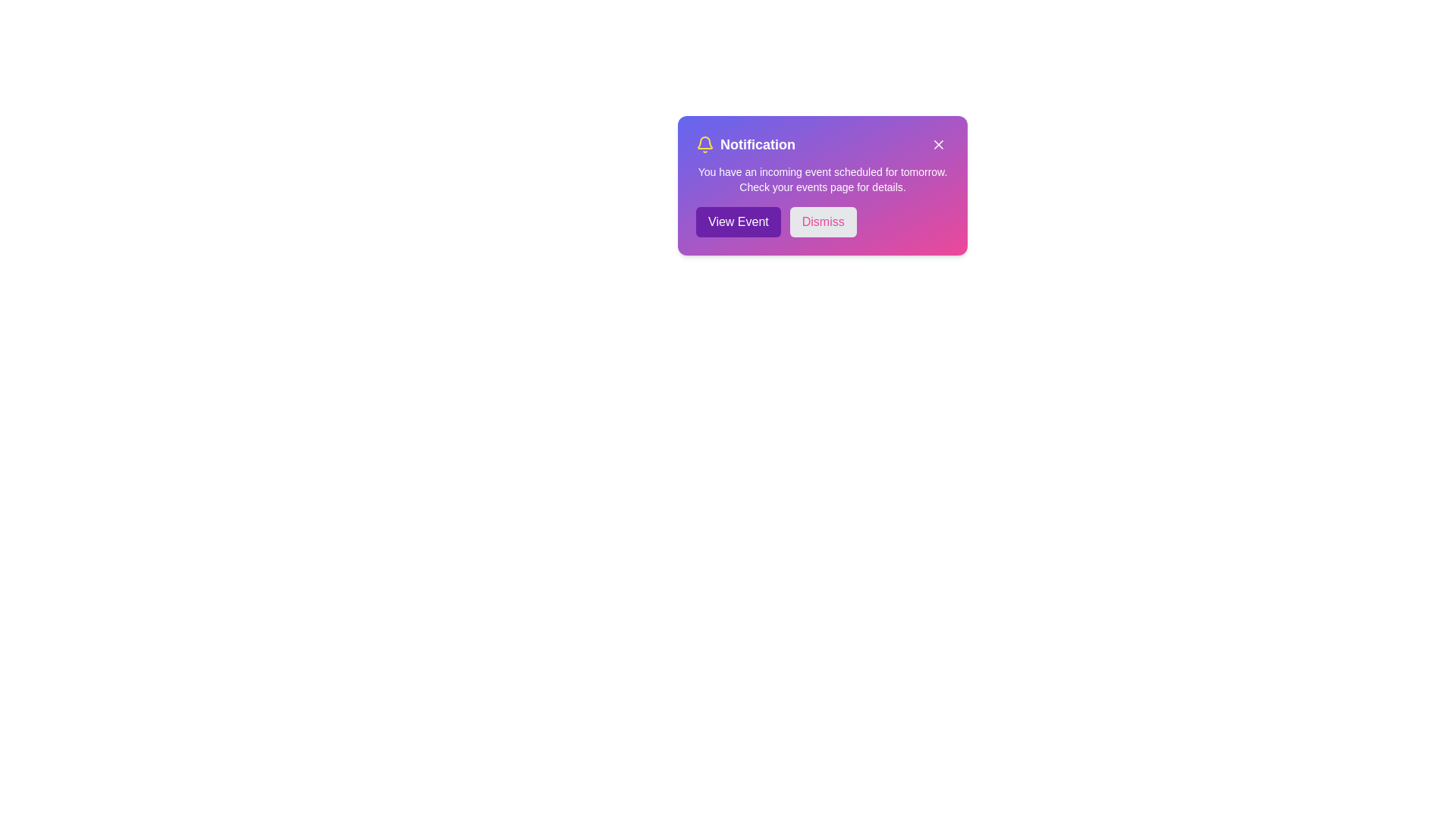 This screenshot has width=1456, height=819. Describe the element at coordinates (822, 222) in the screenshot. I see `the 'Dismiss' button to dismiss the alert` at that location.